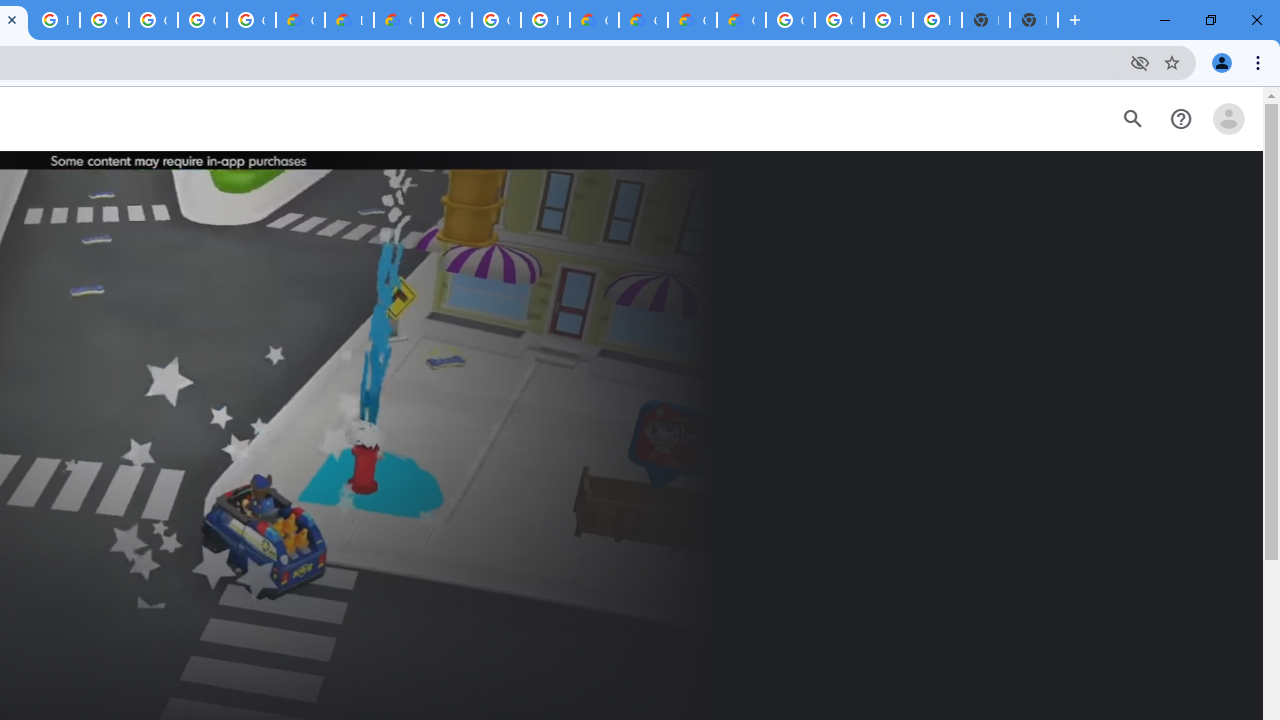 The width and height of the screenshot is (1280, 720). Describe the element at coordinates (299, 20) in the screenshot. I see `'Customer Care | Google Cloud'` at that location.